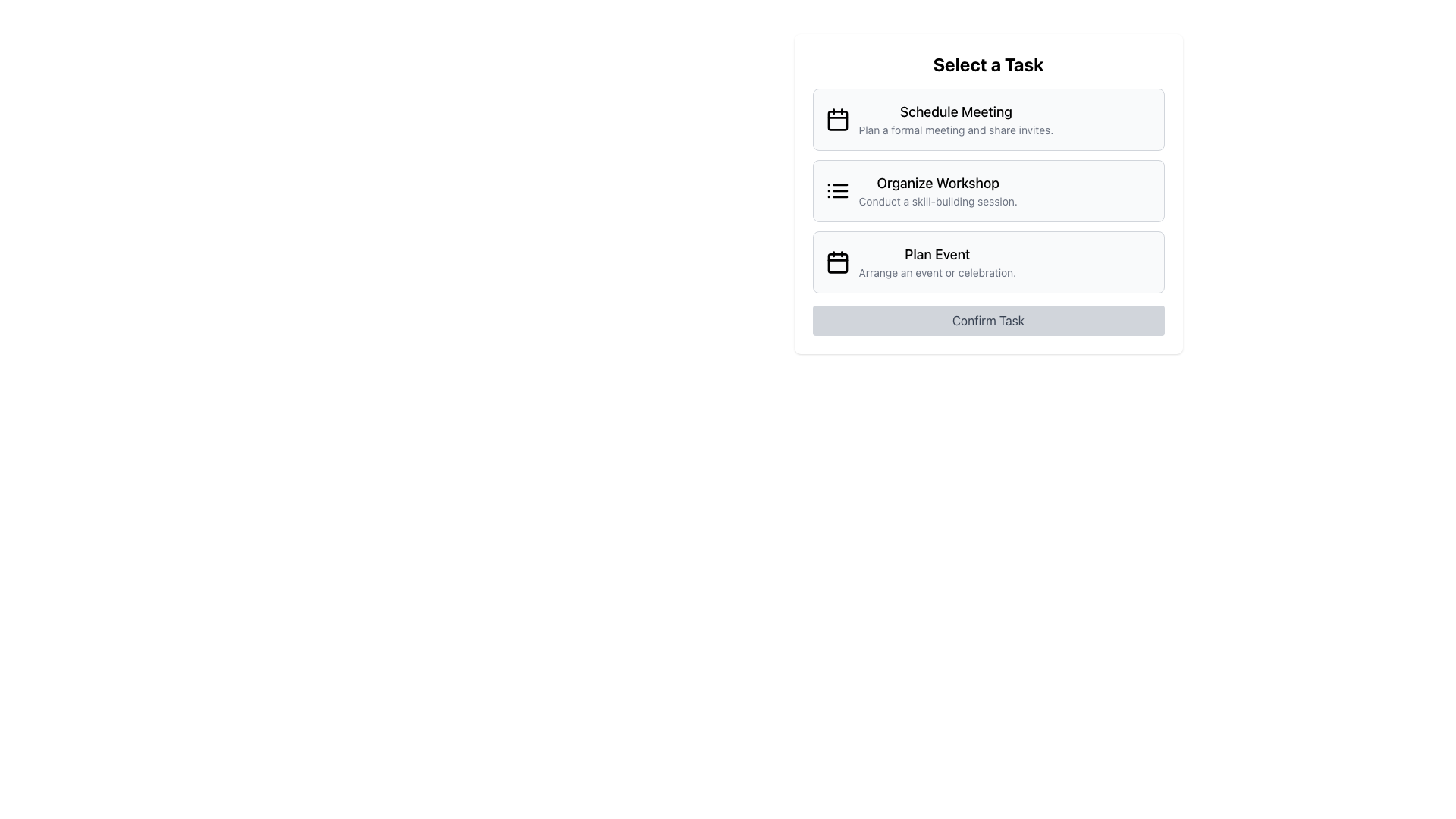  Describe the element at coordinates (955, 119) in the screenshot. I see `the 'Schedule Meeting' text block, which includes a bold title and a smaller description` at that location.